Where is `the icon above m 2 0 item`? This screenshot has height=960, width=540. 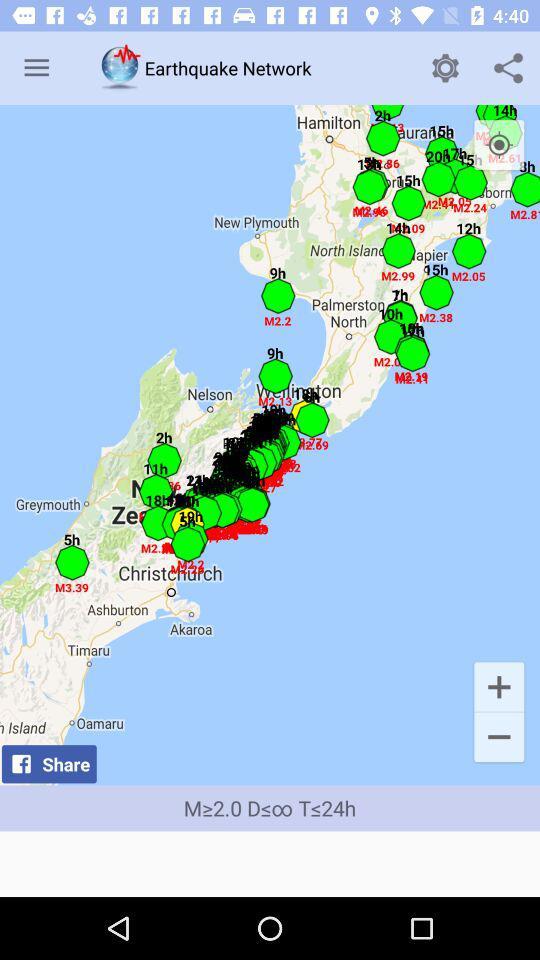
the icon above m 2 0 item is located at coordinates (498, 737).